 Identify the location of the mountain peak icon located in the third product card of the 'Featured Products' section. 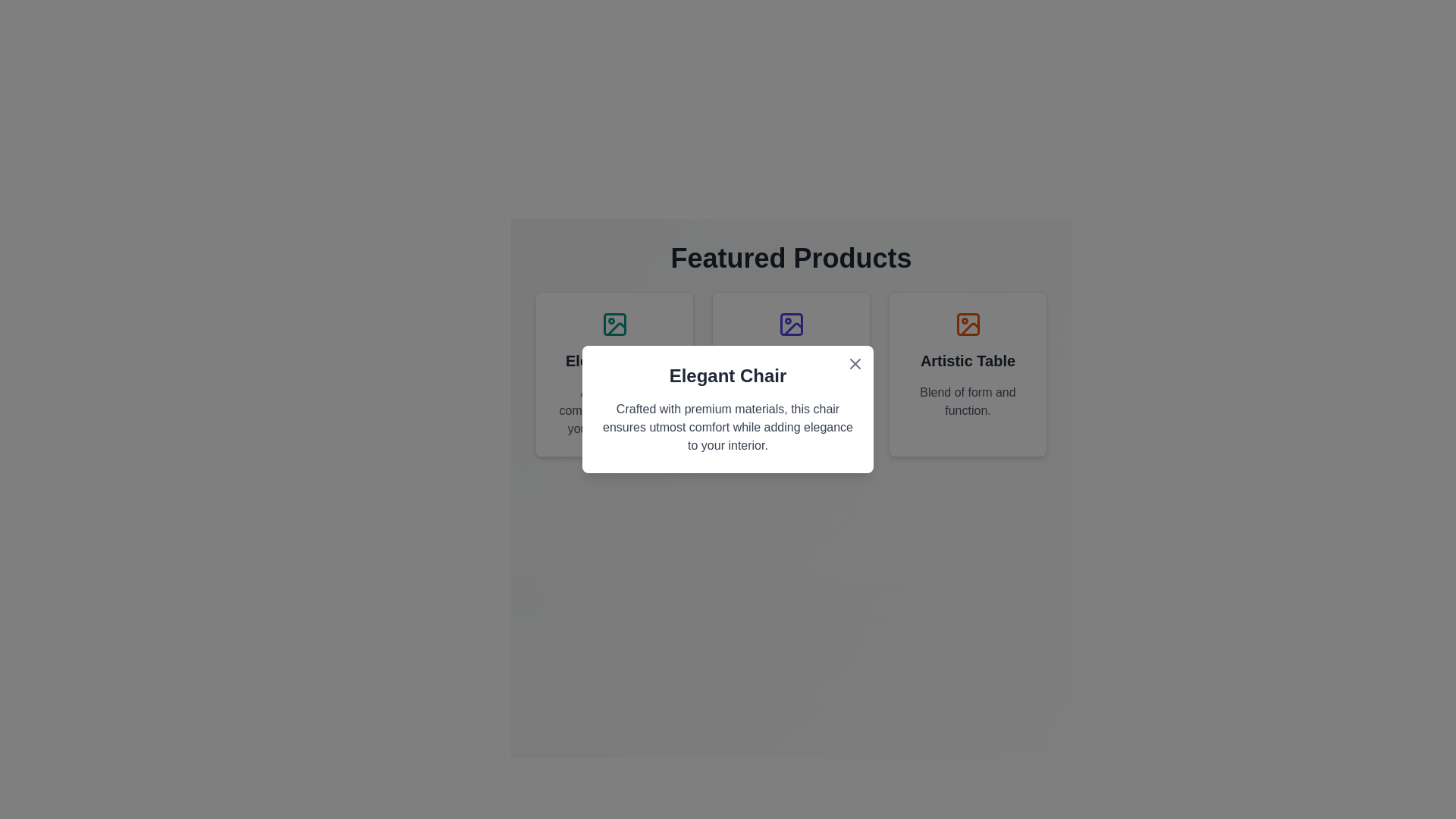
(968, 328).